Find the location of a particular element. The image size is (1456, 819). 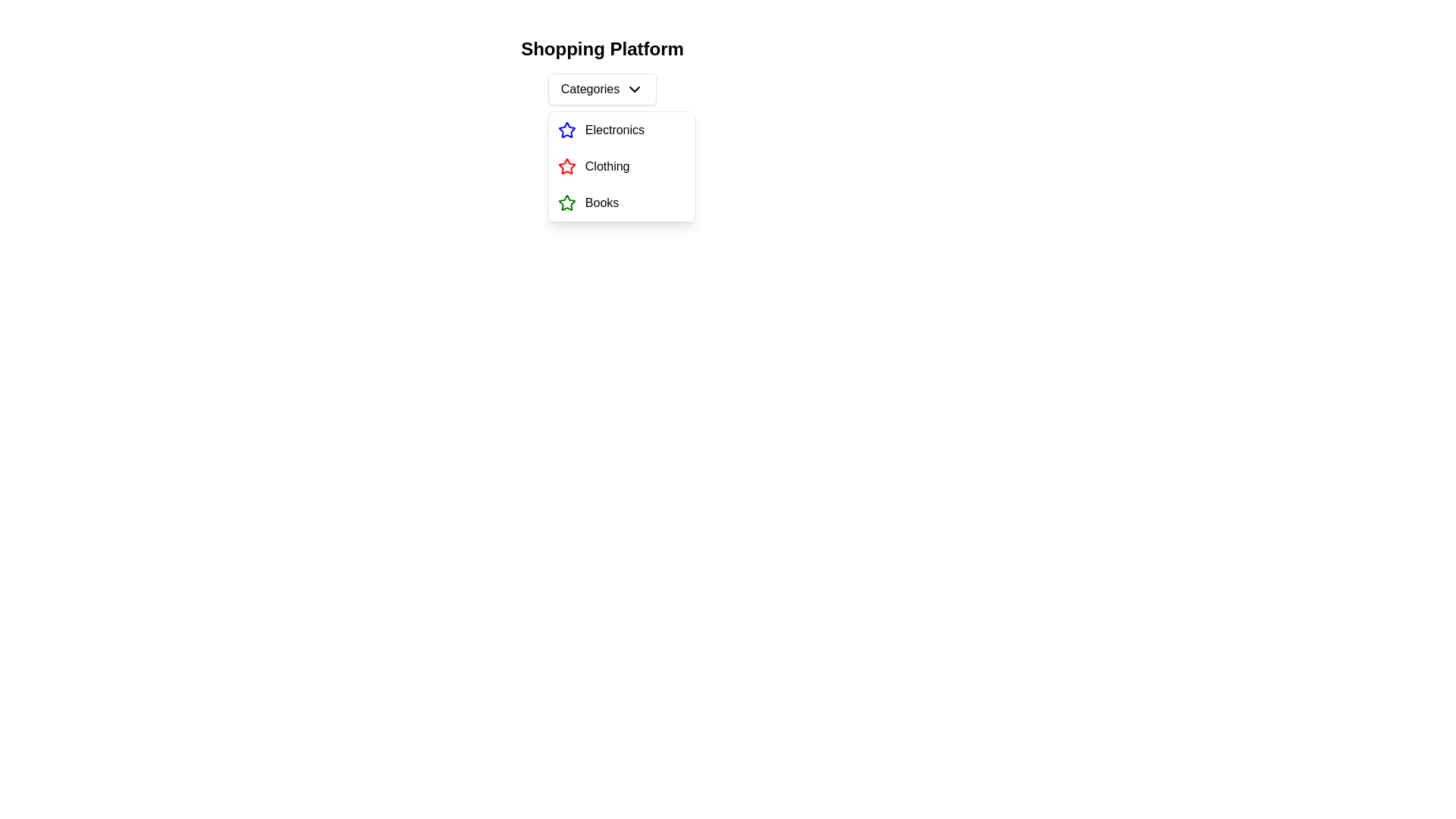

the star-shaped icon with a blue outline located next to the 'Electronics' label in the second position of the dropdown menu under the 'Categories' header to interact with the menu item is located at coordinates (566, 129).